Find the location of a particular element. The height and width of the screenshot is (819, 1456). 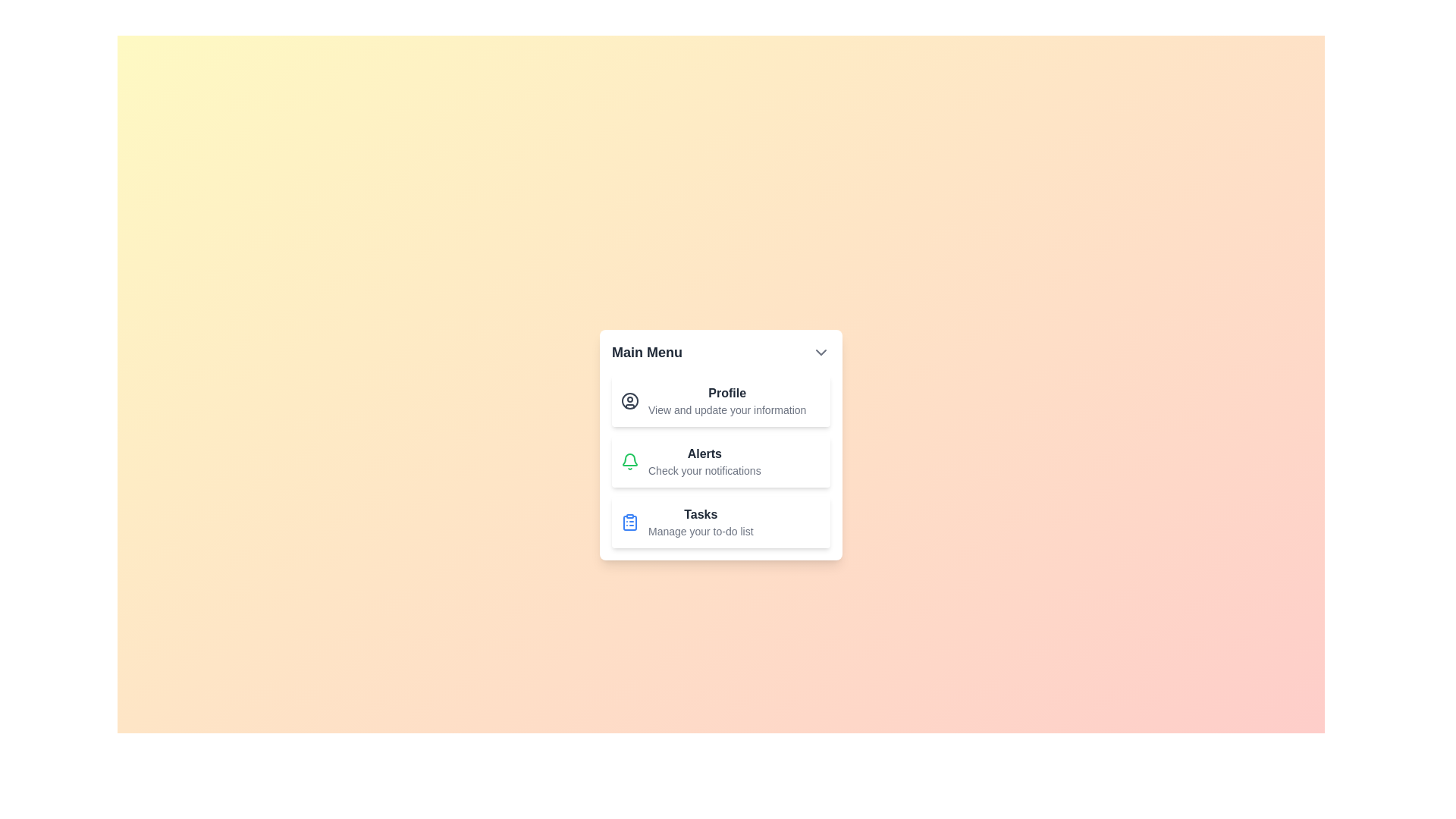

the menu item 'Tasks' to highlight it is located at coordinates (720, 522).